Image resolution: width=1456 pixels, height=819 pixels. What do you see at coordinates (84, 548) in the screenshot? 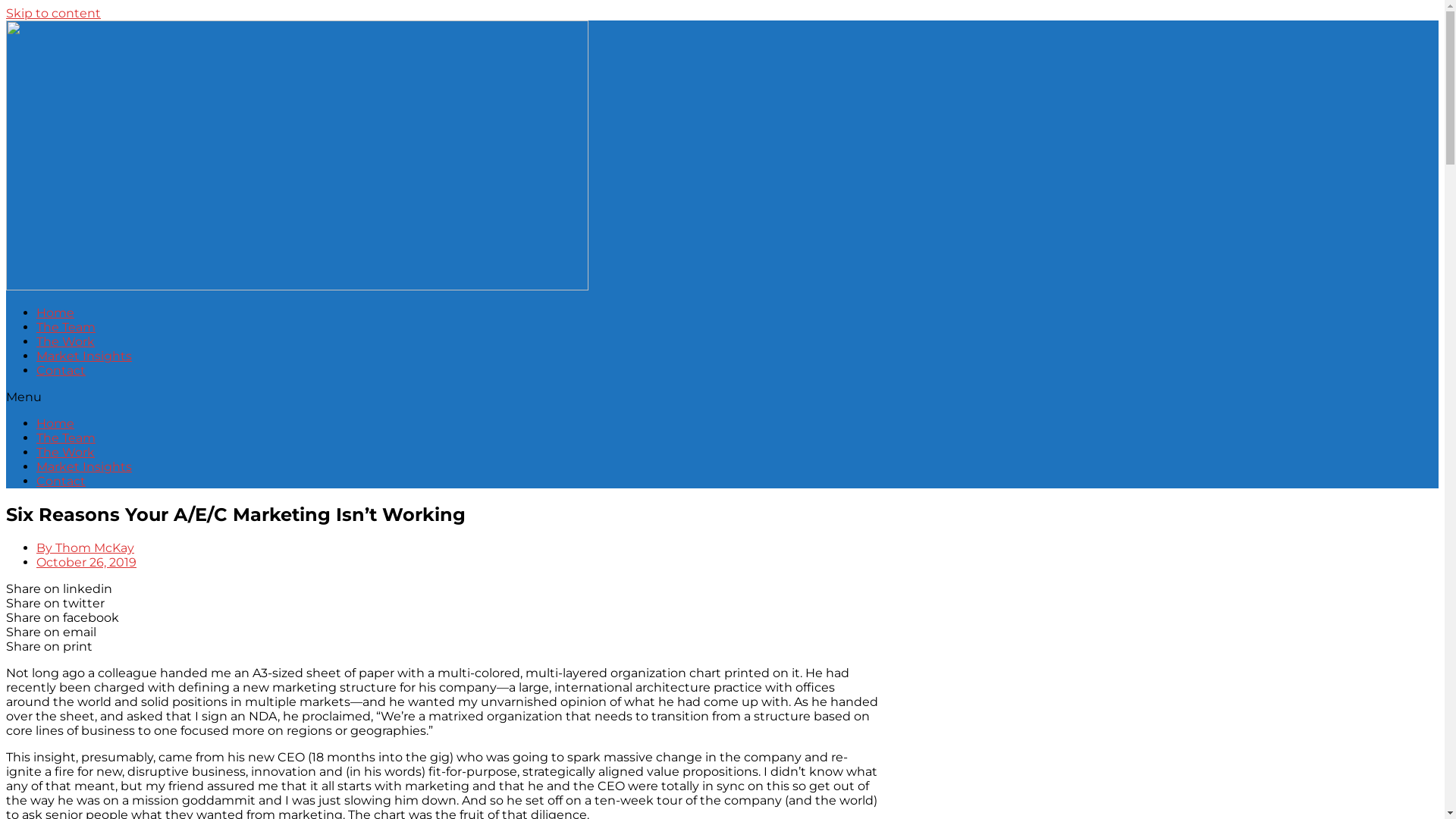
I see `'By Thom McKay'` at bounding box center [84, 548].